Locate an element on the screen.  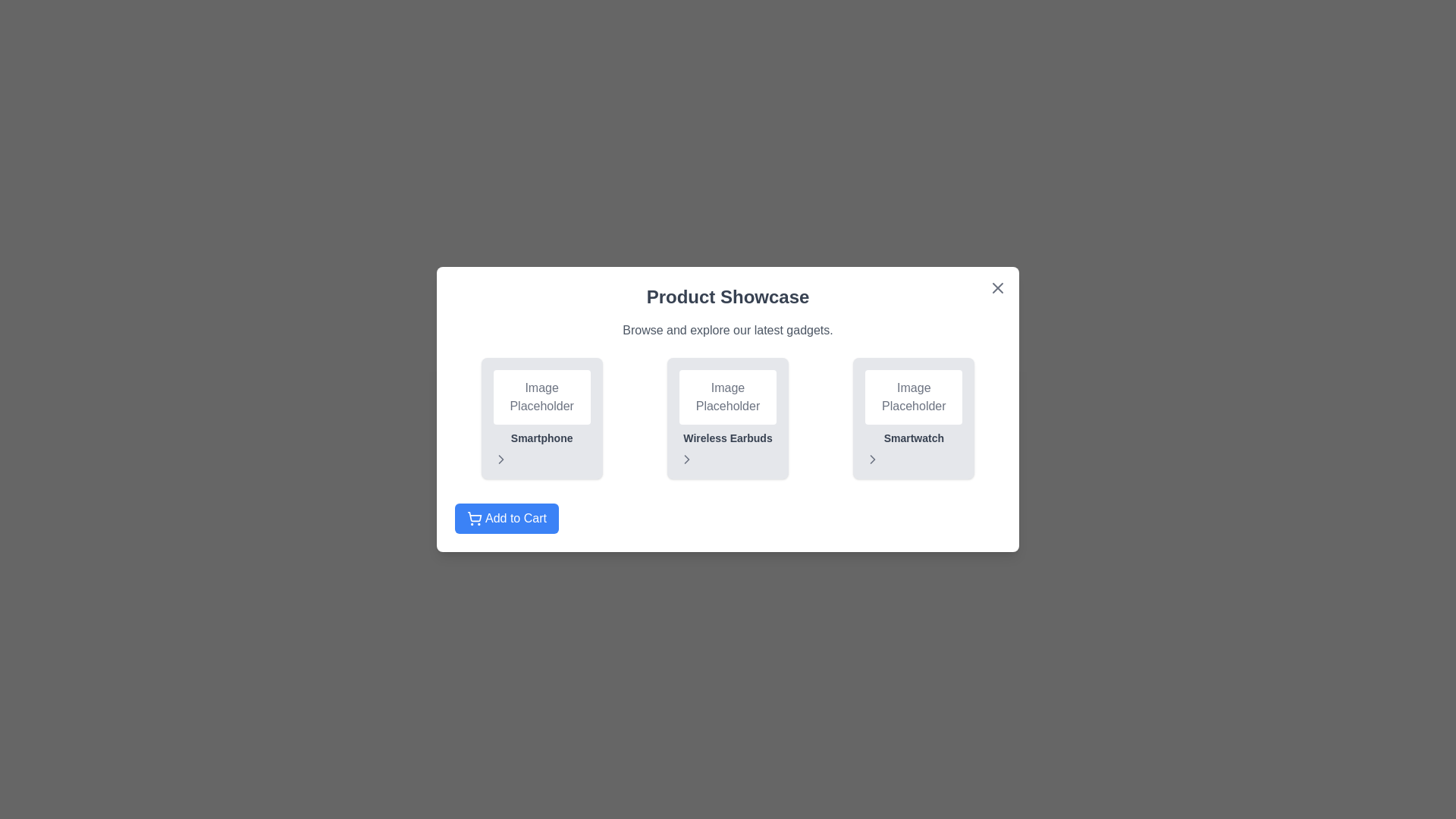
the shopping cart icon that is part of the 'Add to Cart' button, located at the bottom-left corner of the product showcase modal is located at coordinates (473, 517).